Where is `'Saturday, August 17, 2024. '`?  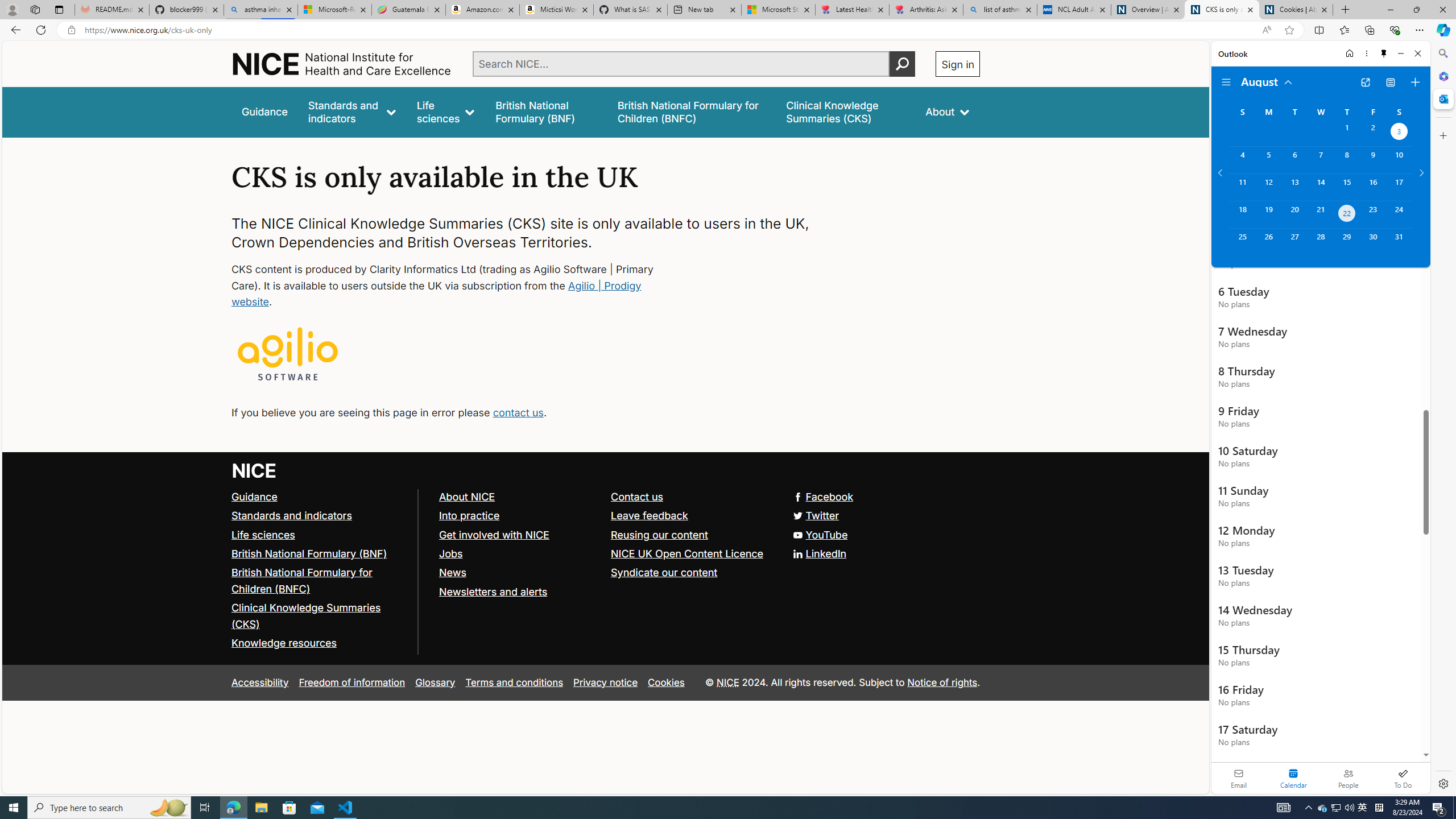 'Saturday, August 17, 2024. ' is located at coordinates (1399, 187).